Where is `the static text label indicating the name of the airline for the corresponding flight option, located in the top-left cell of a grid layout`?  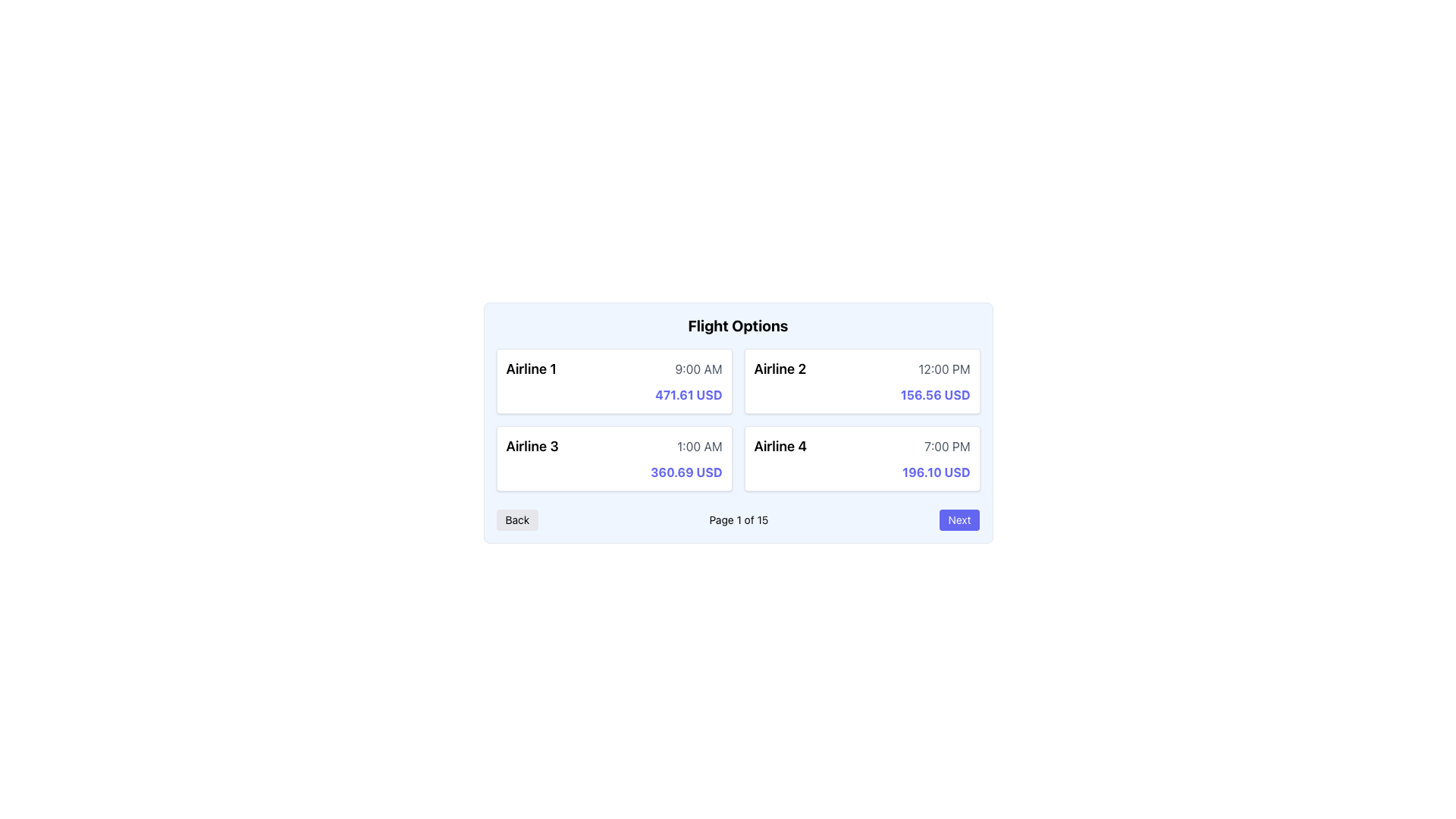
the static text label indicating the name of the airline for the corresponding flight option, located in the top-left cell of a grid layout is located at coordinates (531, 369).